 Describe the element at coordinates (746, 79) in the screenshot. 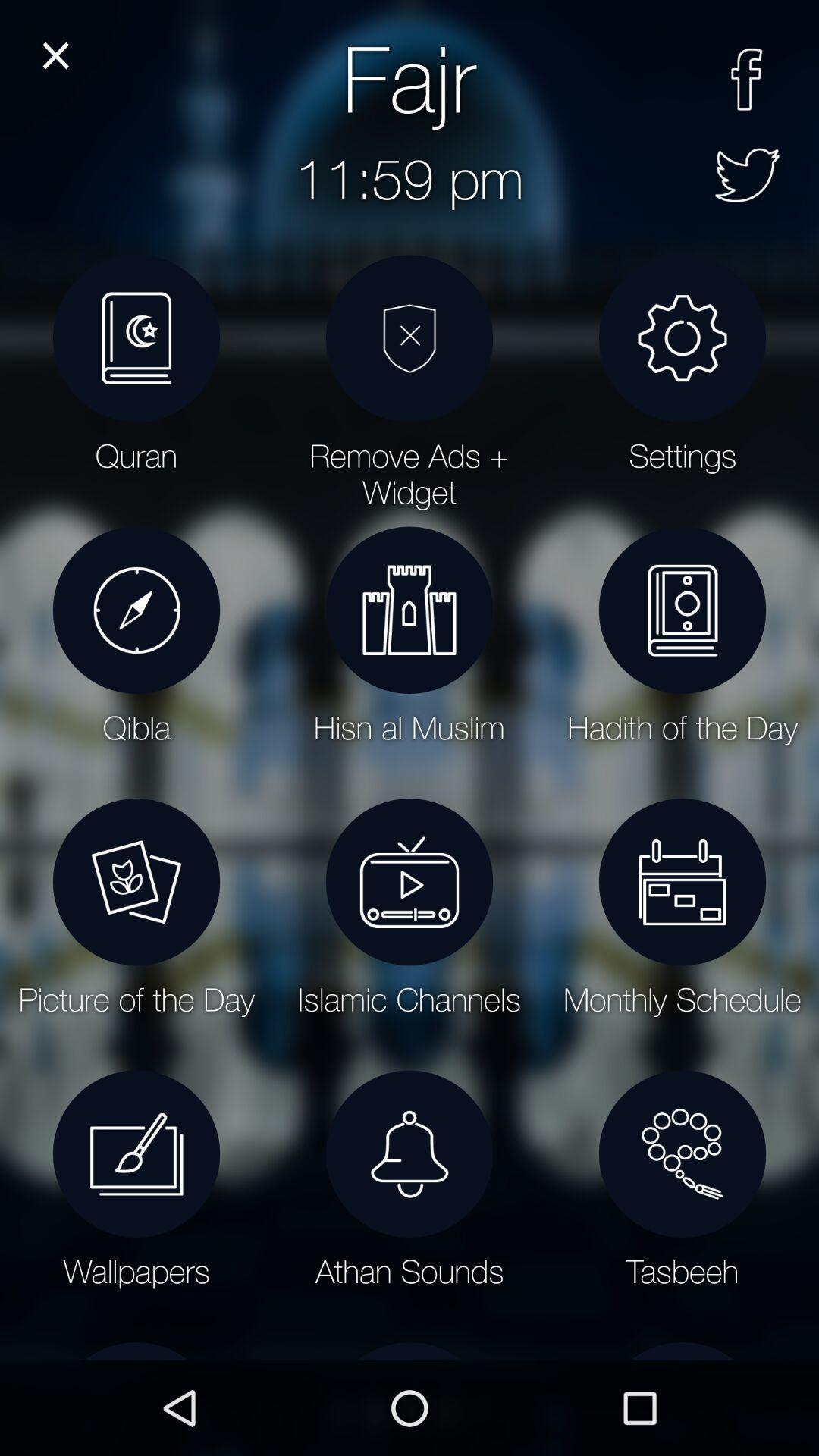

I see `the facebook icon` at that location.